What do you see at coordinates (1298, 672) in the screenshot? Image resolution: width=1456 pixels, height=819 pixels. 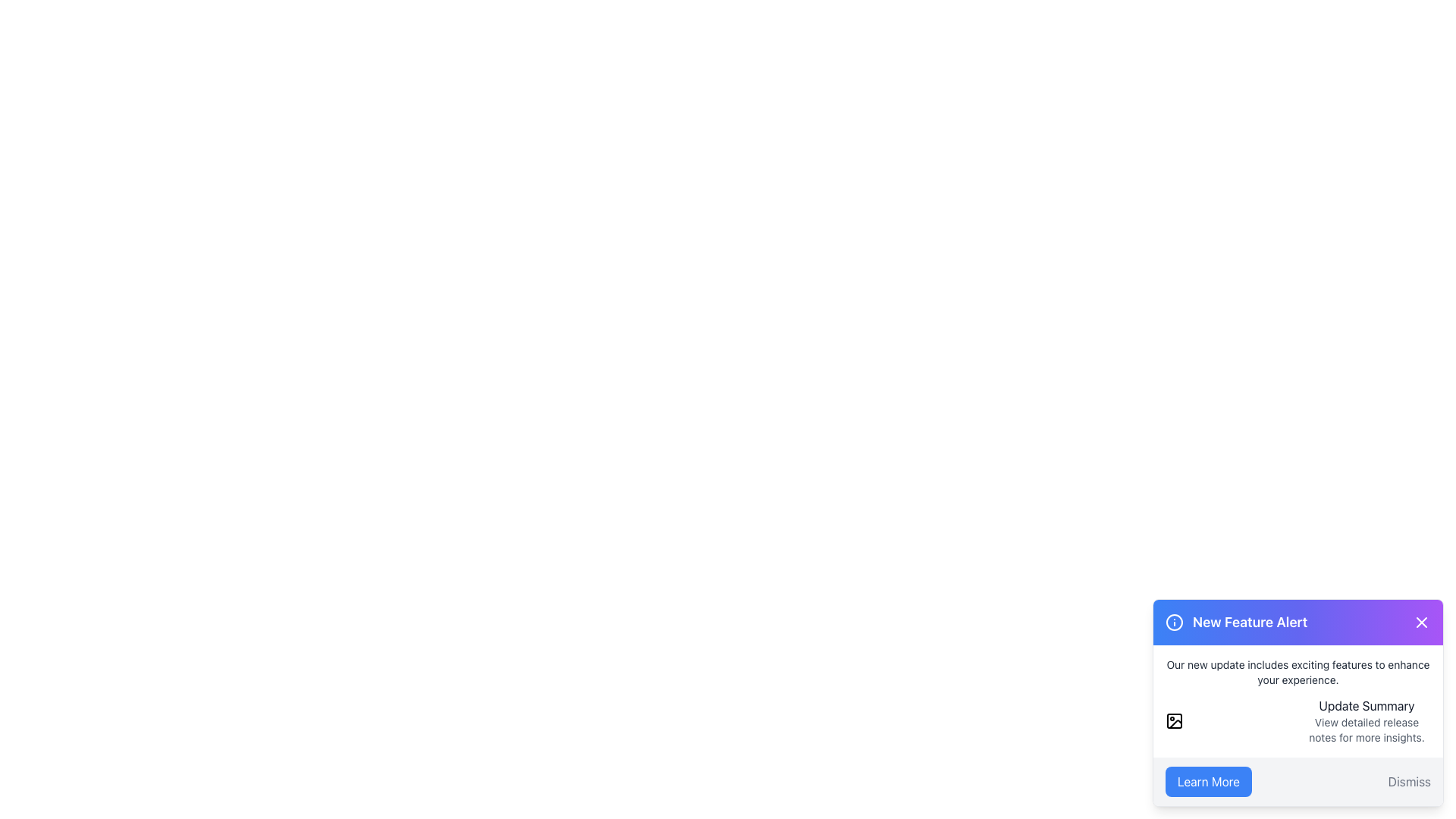 I see `the textual description element that provides information about the new update, located at the top part of the update summary section` at bounding box center [1298, 672].